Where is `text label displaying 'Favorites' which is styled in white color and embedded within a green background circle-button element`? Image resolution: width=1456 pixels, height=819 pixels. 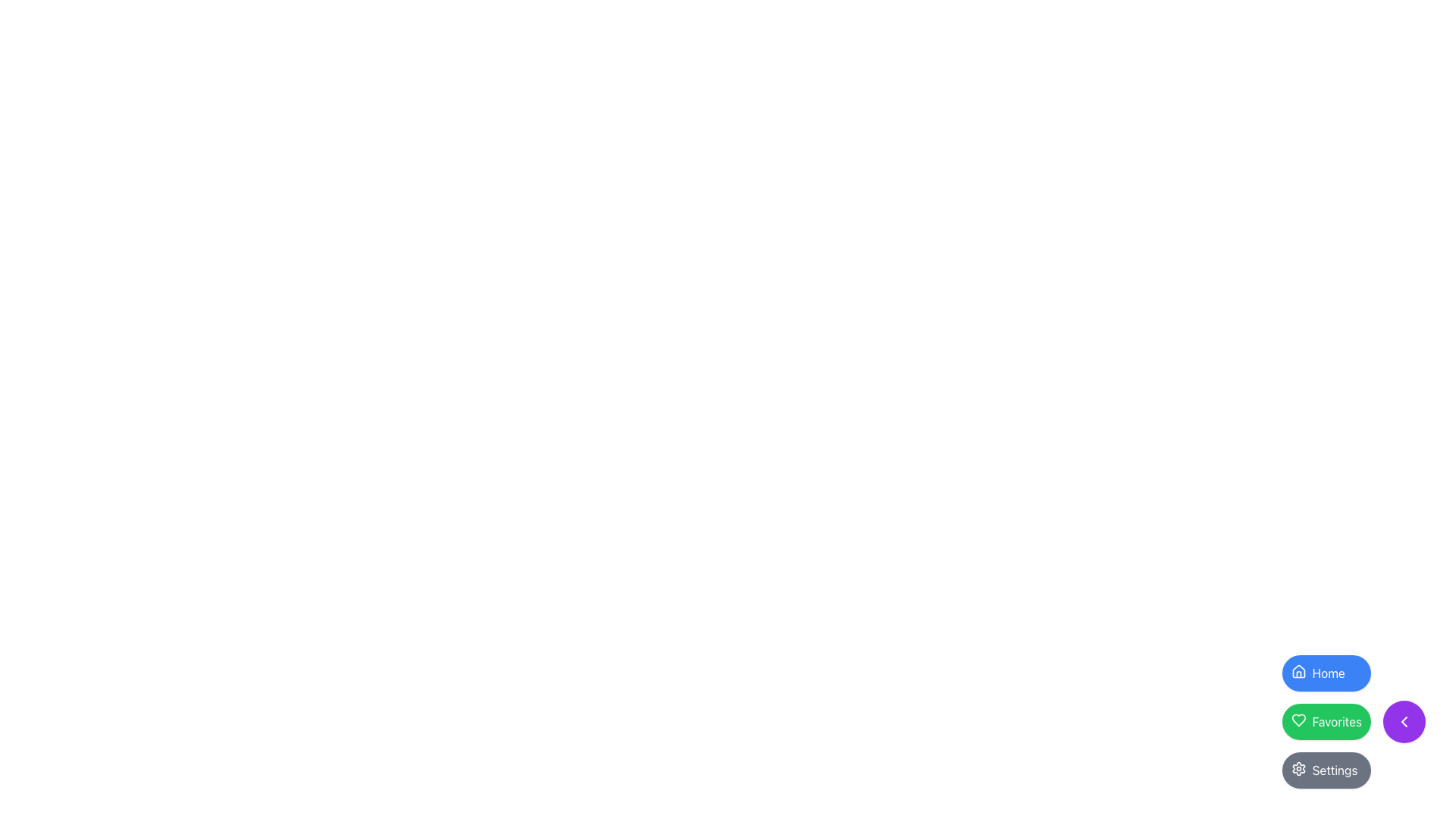 text label displaying 'Favorites' which is styled in white color and embedded within a green background circle-button element is located at coordinates (1337, 721).